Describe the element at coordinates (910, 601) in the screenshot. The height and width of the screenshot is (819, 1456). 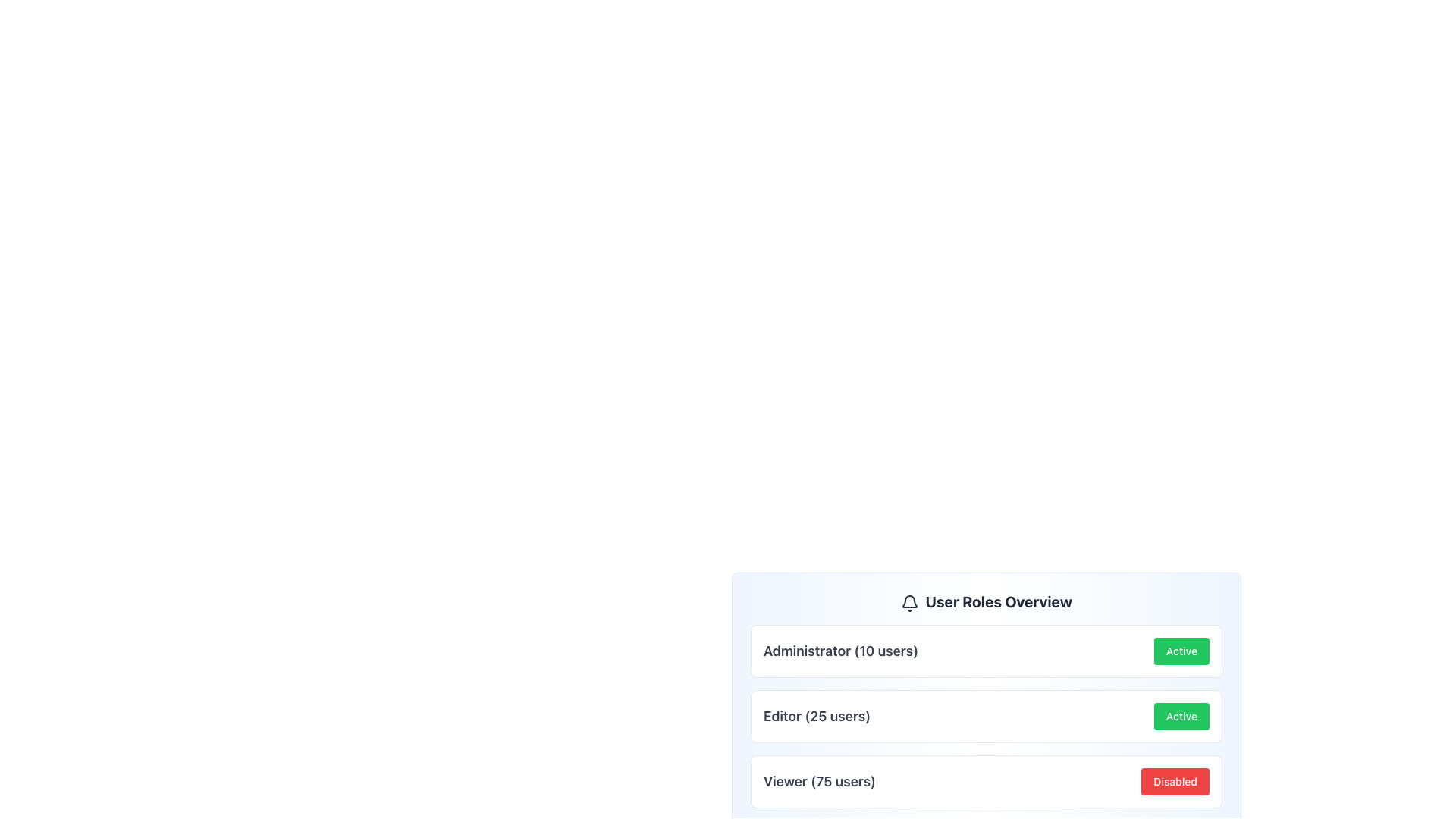
I see `the notification icon located to the left of the 'User Roles Overview' title text, which serves as an indicator for alerts related to user roles` at that location.